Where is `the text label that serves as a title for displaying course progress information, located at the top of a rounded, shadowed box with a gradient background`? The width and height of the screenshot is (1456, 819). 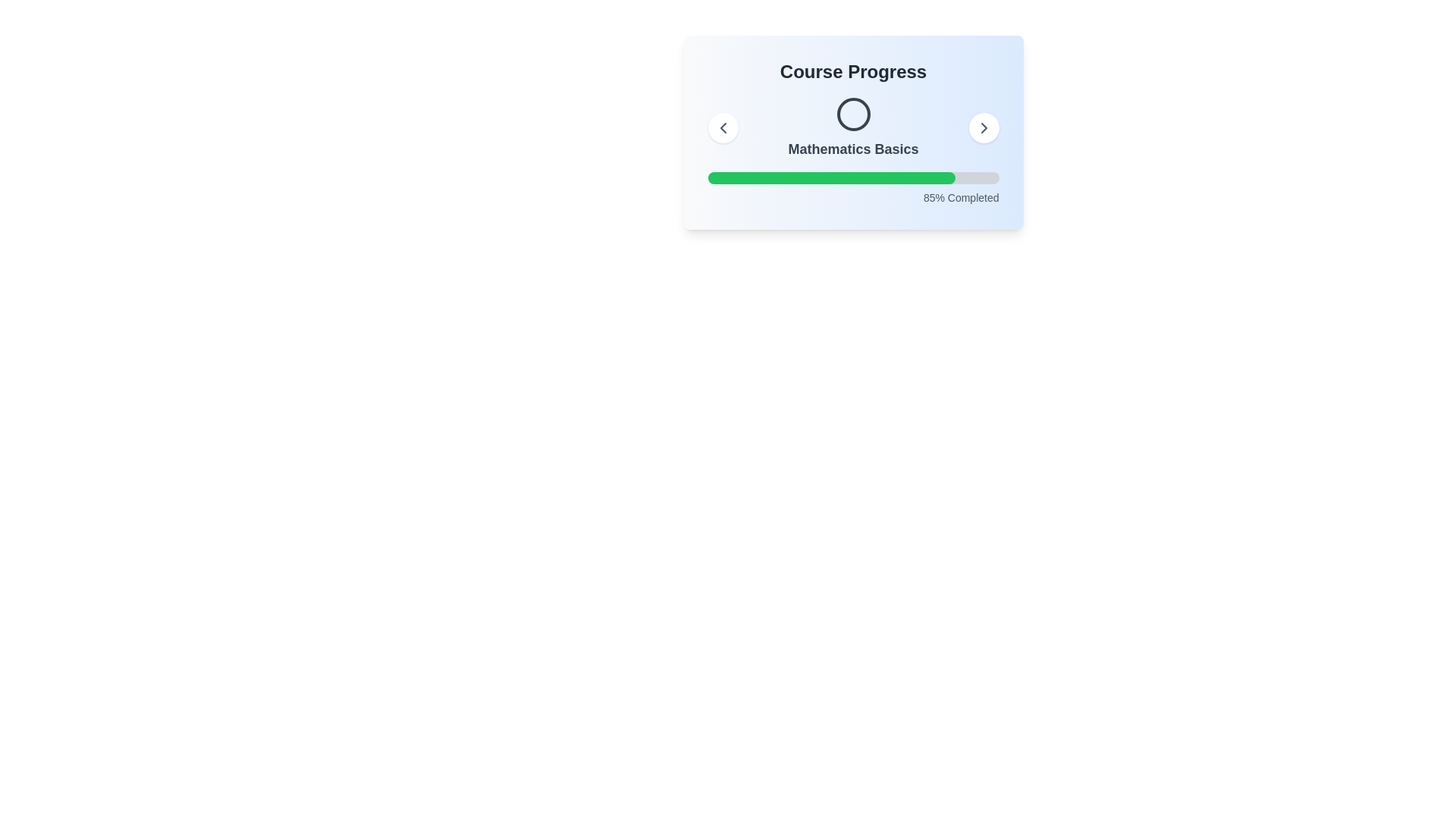
the text label that serves as a title for displaying course progress information, located at the top of a rounded, shadowed box with a gradient background is located at coordinates (853, 72).